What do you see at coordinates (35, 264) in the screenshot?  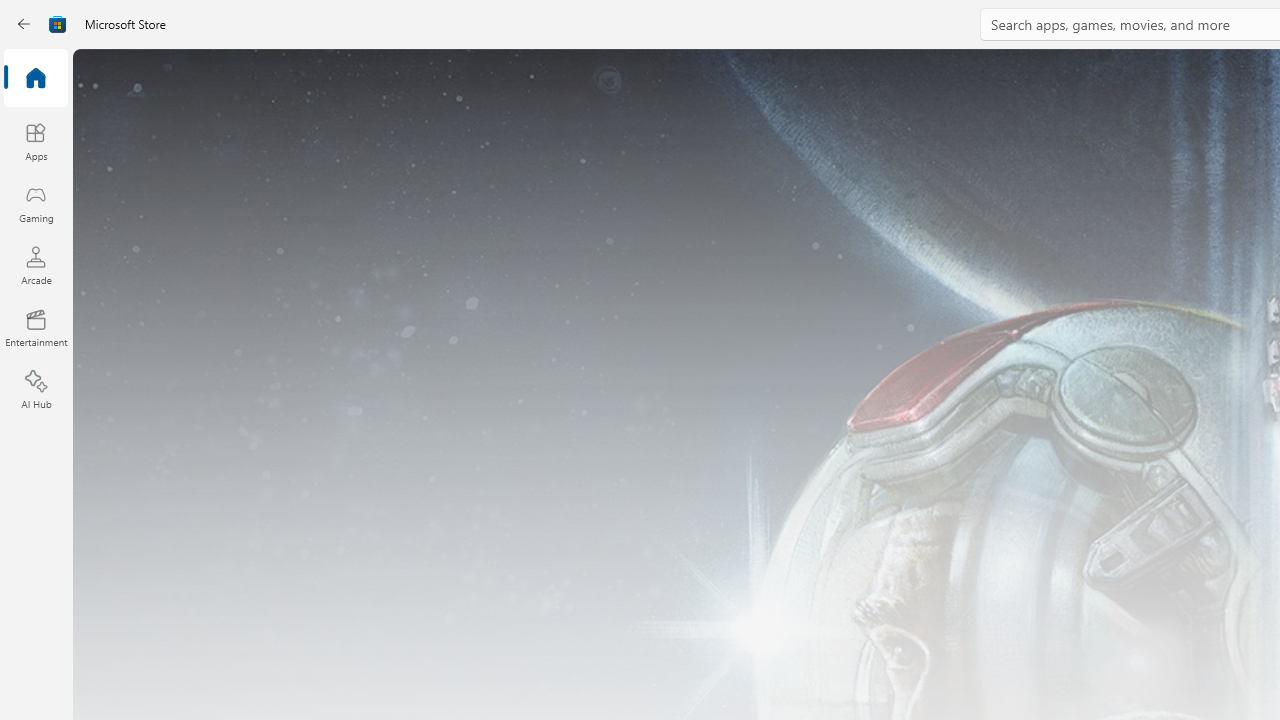 I see `'Arcade'` at bounding box center [35, 264].